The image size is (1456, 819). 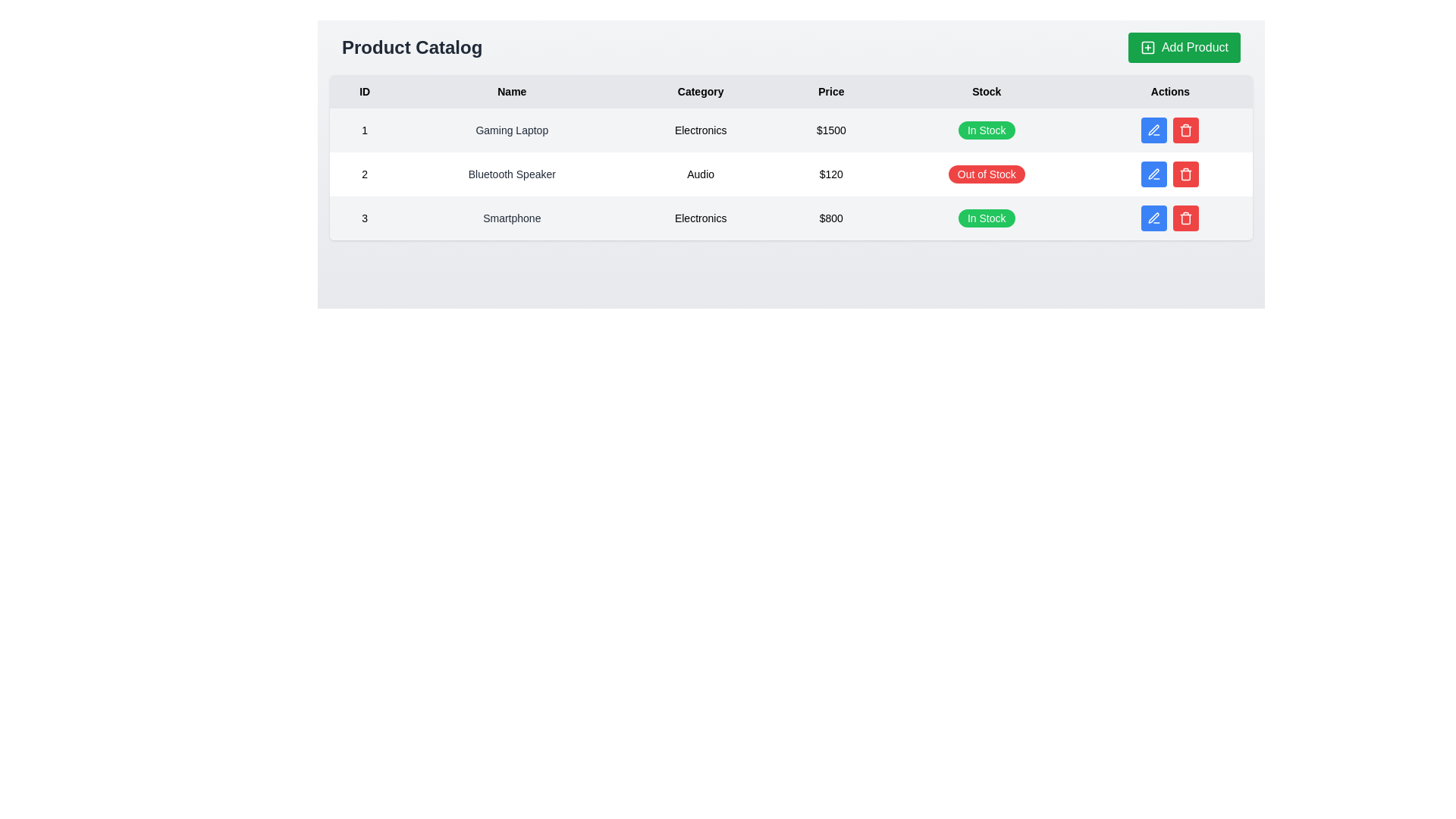 I want to click on the text identifier located in the second row and first column of the table, positioned below the numeric value '1' and to the left of 'Bluetooth Speaker.', so click(x=365, y=174).